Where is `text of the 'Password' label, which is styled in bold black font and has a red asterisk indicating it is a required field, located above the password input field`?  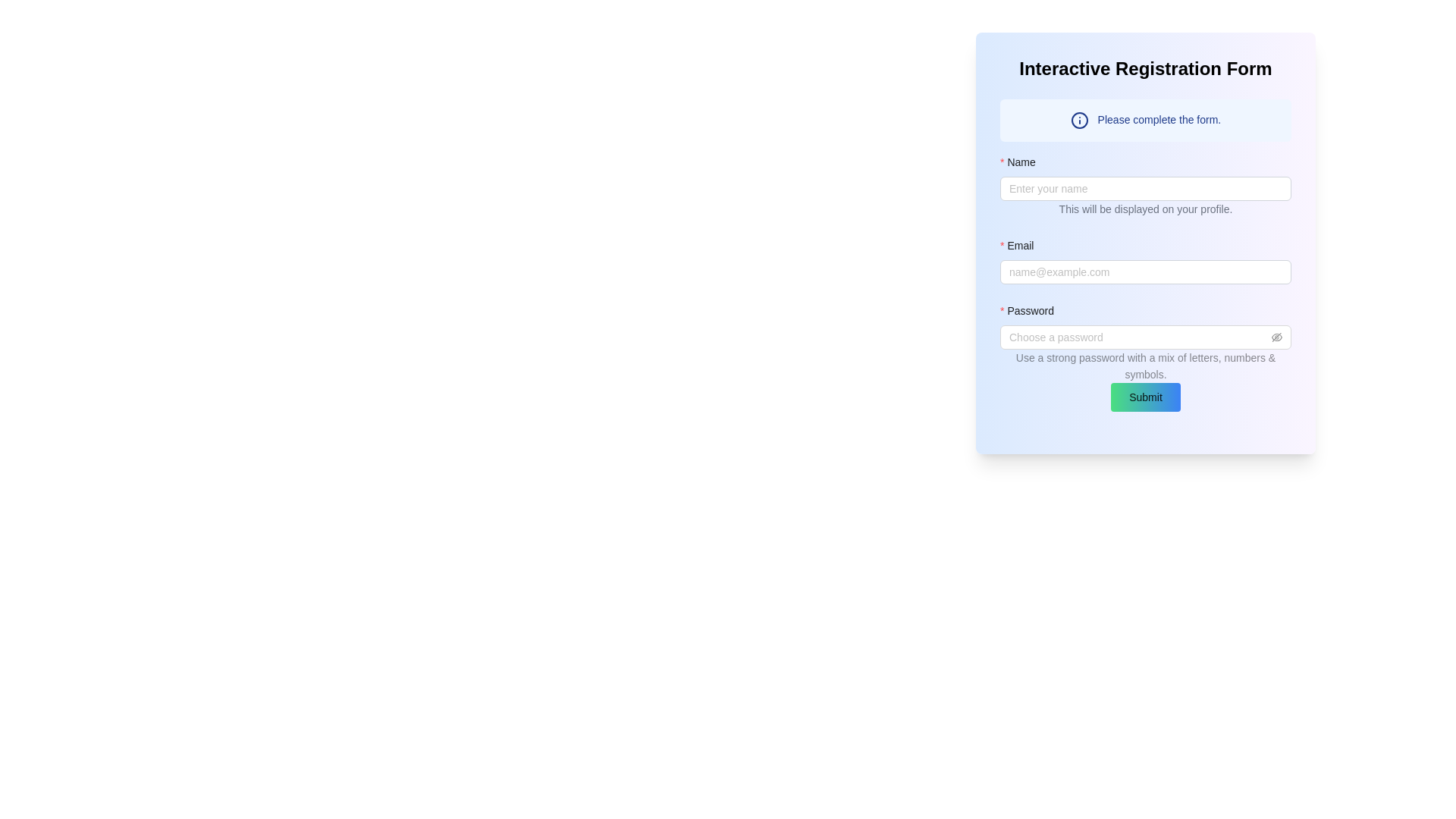
text of the 'Password' label, which is styled in bold black font and has a red asterisk indicating it is a required field, located above the password input field is located at coordinates (1146, 312).